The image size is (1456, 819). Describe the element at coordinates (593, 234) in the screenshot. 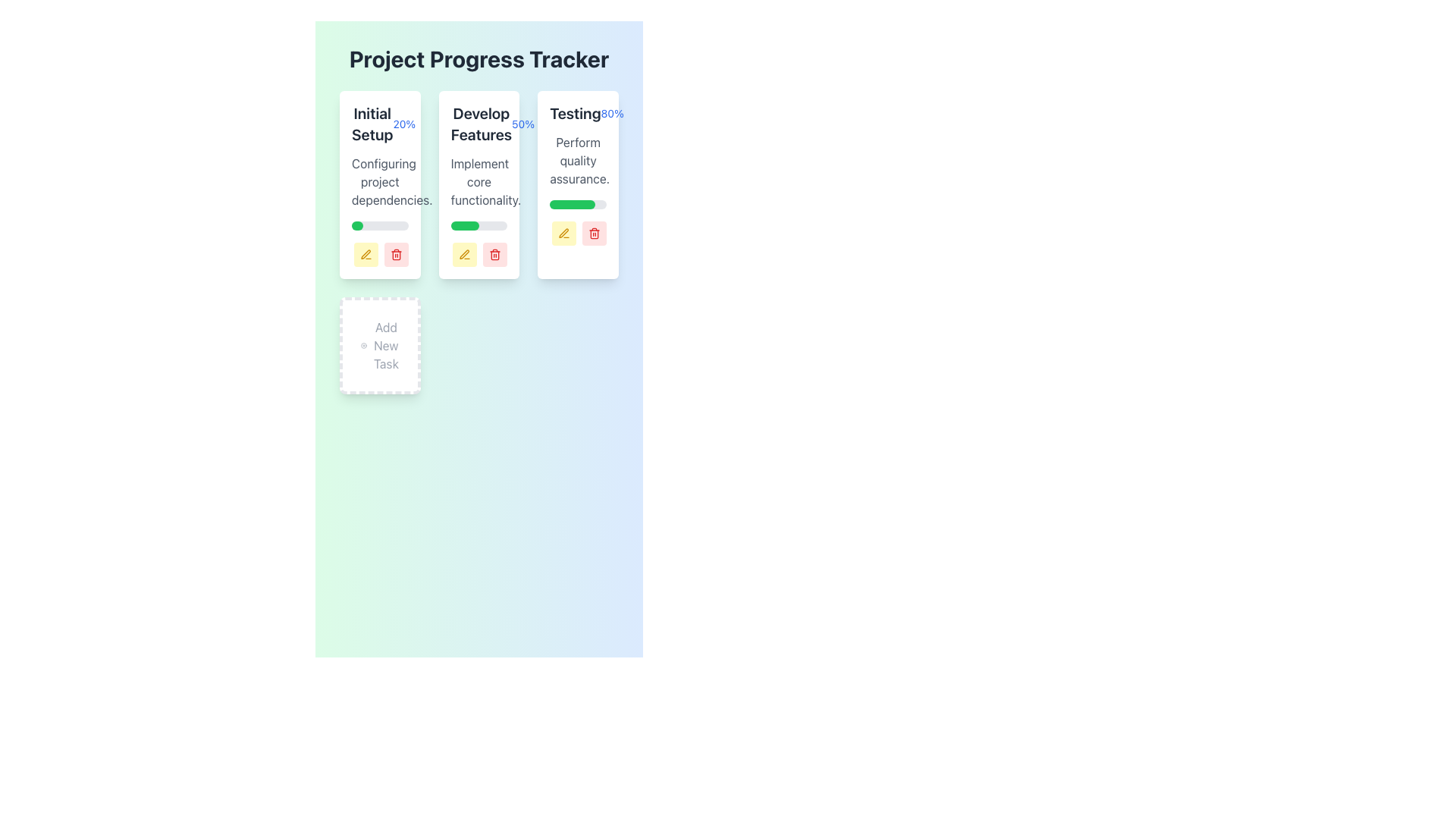

I see `the delete button located at the bottom right of the 'Testing' card in the progress tracker layout` at that location.